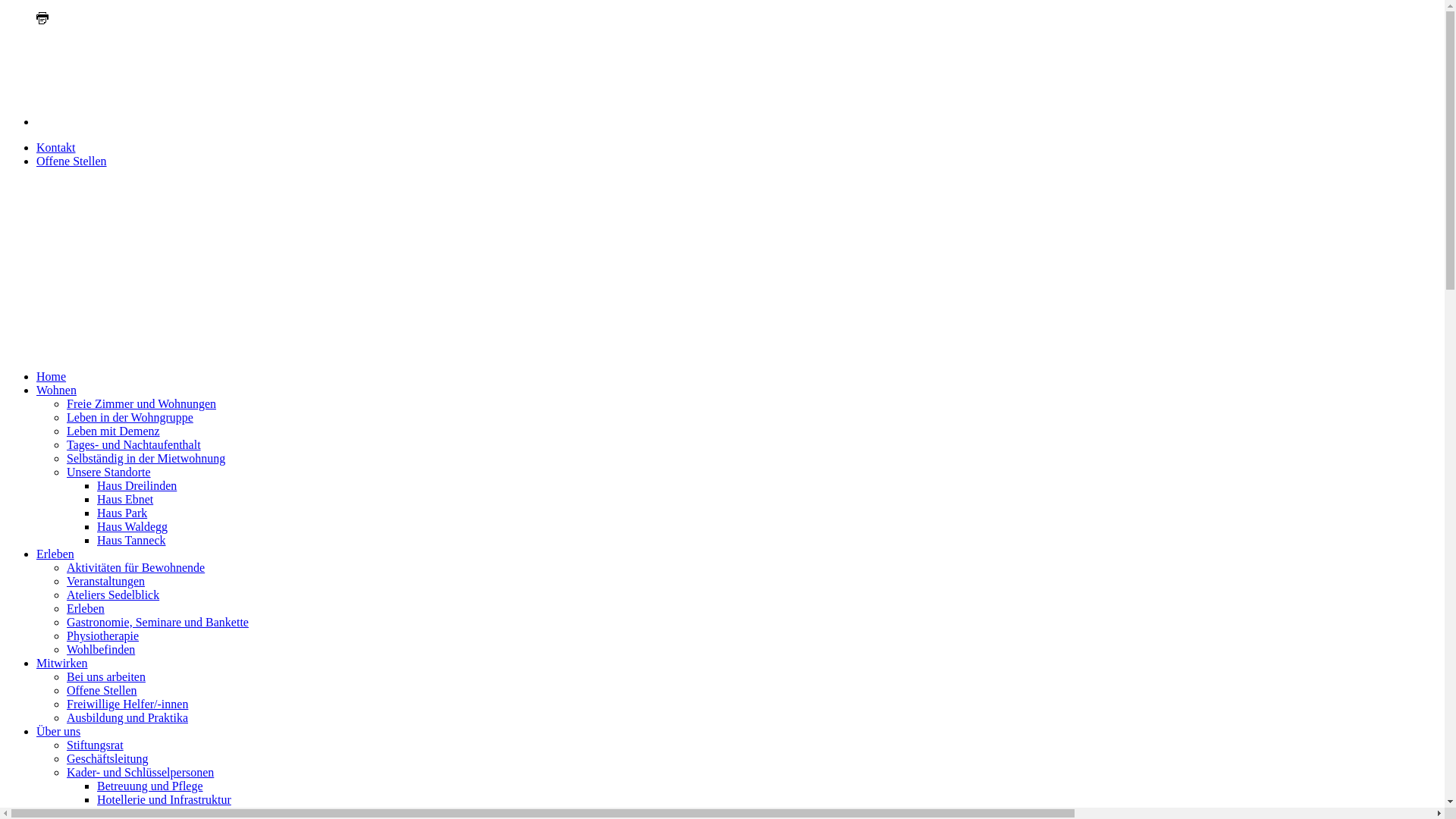  I want to click on 'Bei uns arbeiten', so click(105, 676).